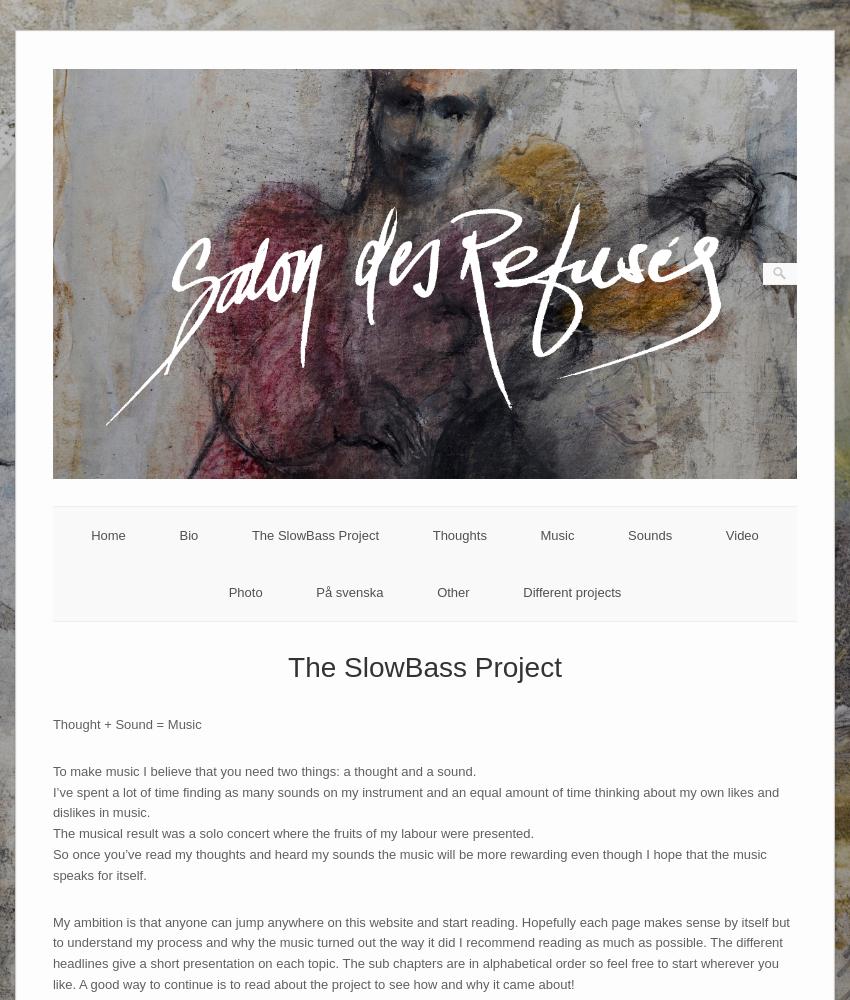 The width and height of the screenshot is (850, 1000). I want to click on 'Other', so click(451, 591).